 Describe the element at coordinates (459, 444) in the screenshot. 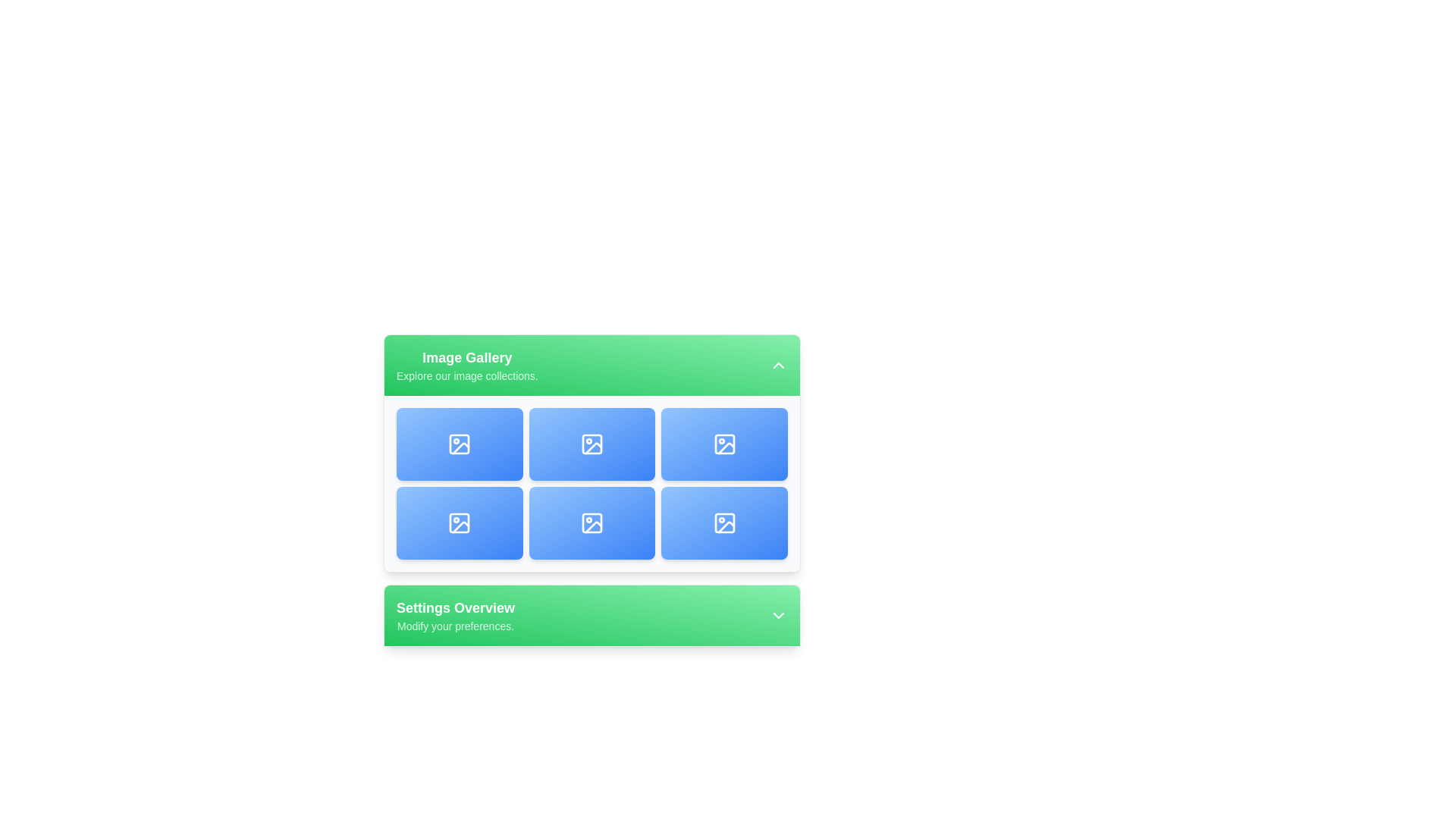

I see `the rounded rectangular SVG graphic element located within the 'Image Gallery' section of the grid layout` at that location.